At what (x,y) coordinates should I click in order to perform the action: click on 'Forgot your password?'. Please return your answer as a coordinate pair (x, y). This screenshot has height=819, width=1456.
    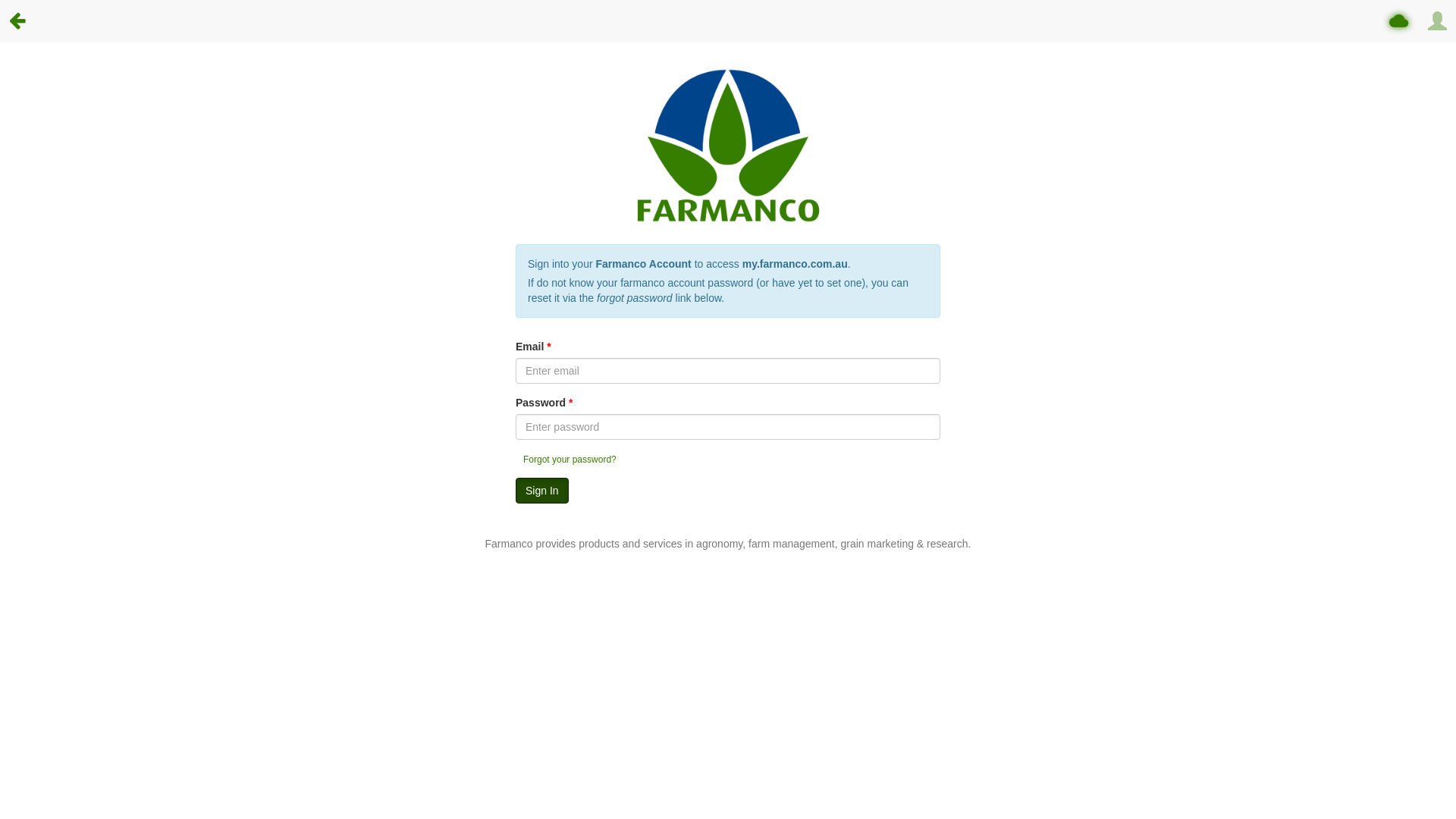
    Looking at the image, I should click on (569, 458).